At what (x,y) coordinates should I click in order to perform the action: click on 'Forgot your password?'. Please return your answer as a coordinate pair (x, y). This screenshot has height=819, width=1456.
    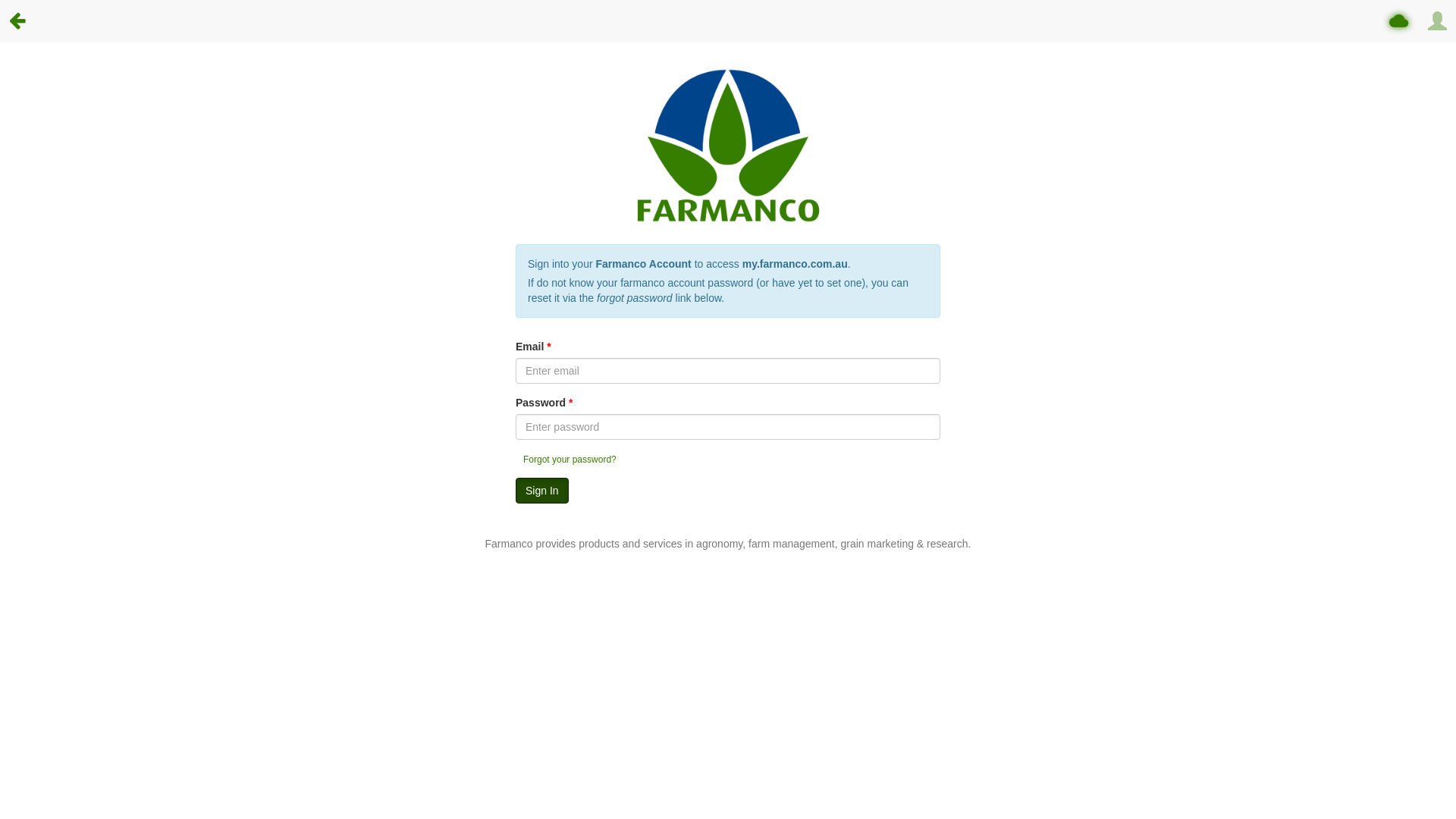
    Looking at the image, I should click on (569, 458).